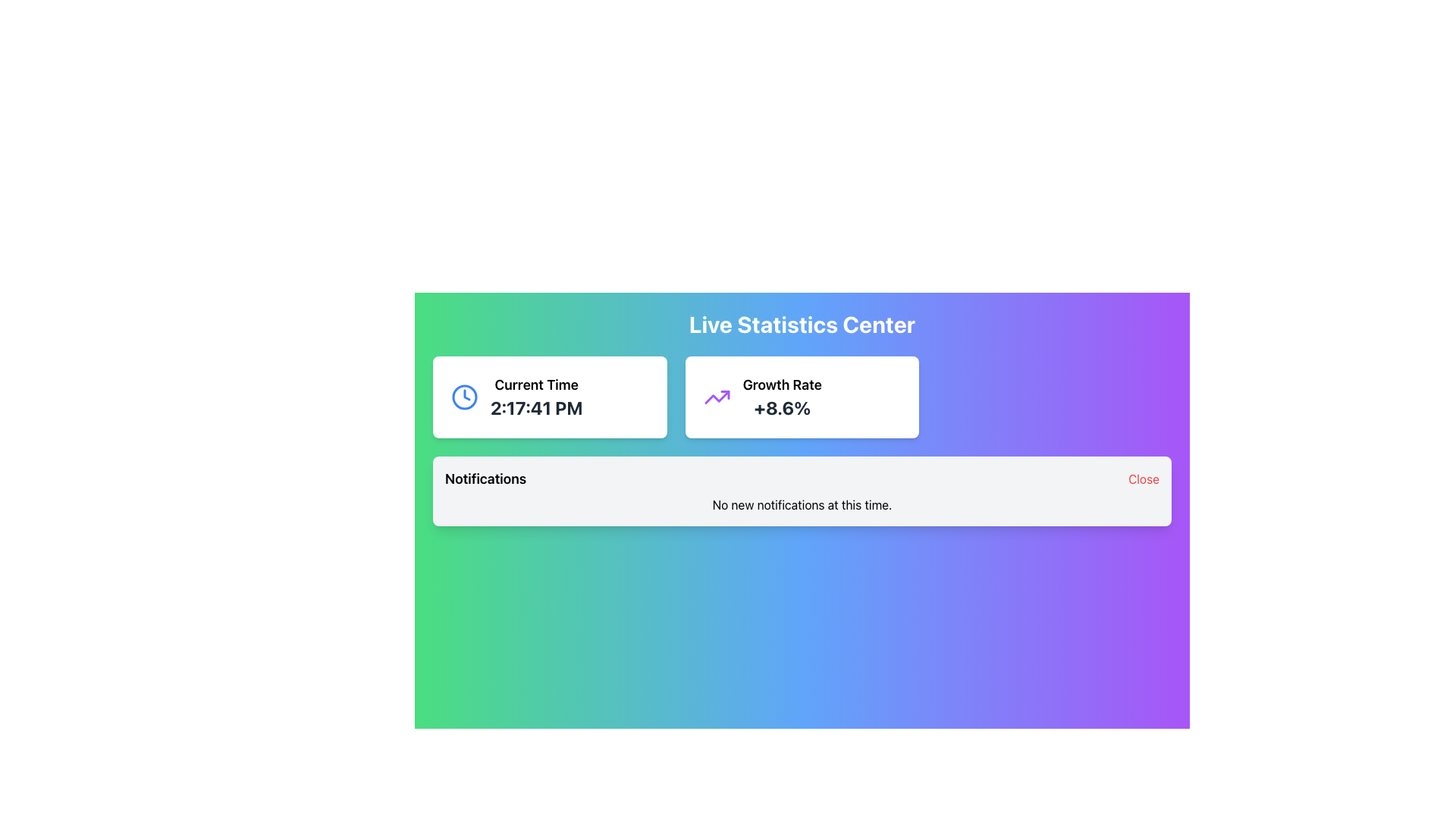 The image size is (1456, 819). What do you see at coordinates (464, 397) in the screenshot?
I see `the clock icon, which is positioned to the left of the 'Current Time' text` at bounding box center [464, 397].